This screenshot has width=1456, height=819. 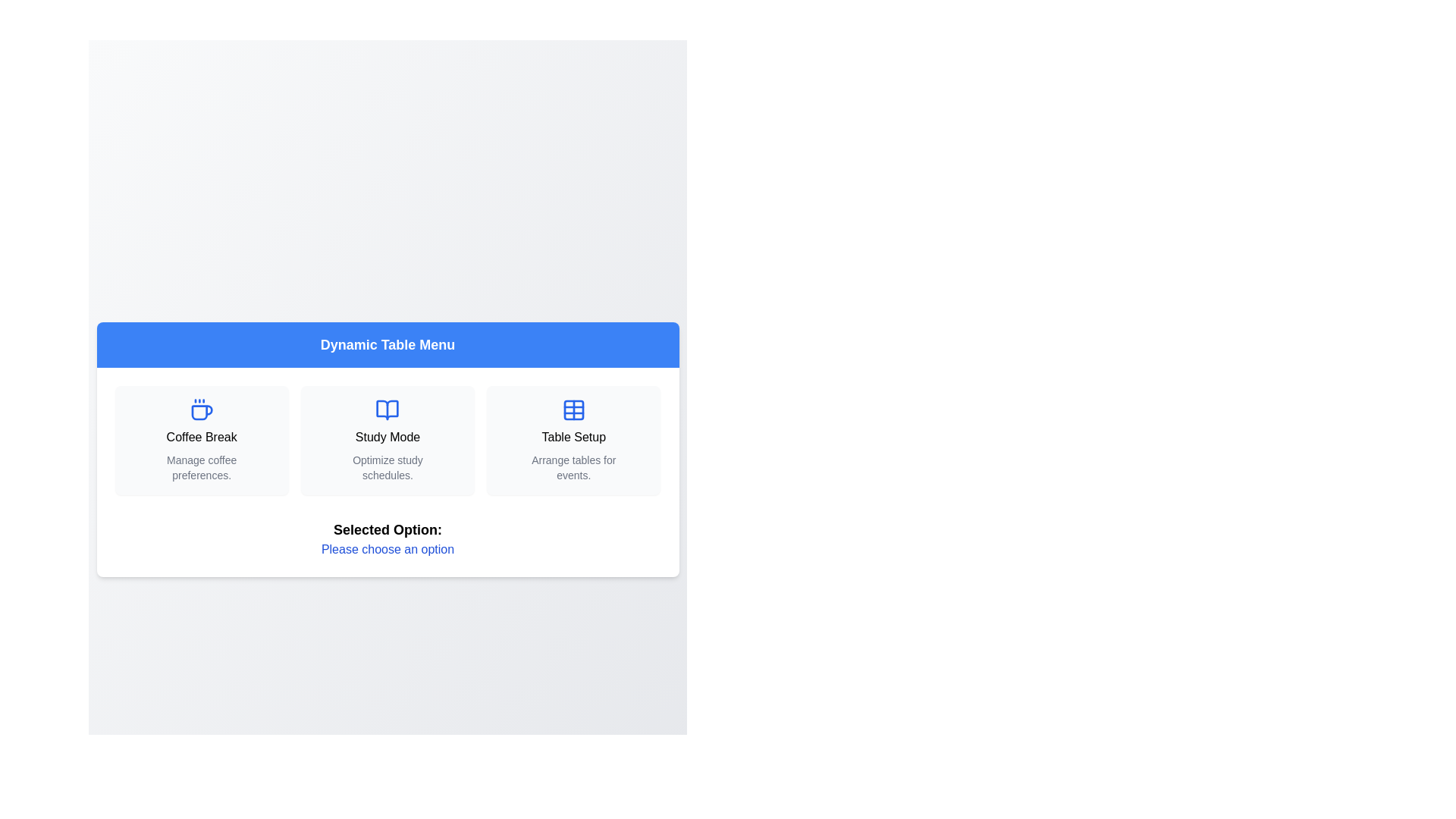 What do you see at coordinates (200, 441) in the screenshot?
I see `the menu option Coffee Break from the Dynamic Table Menu` at bounding box center [200, 441].